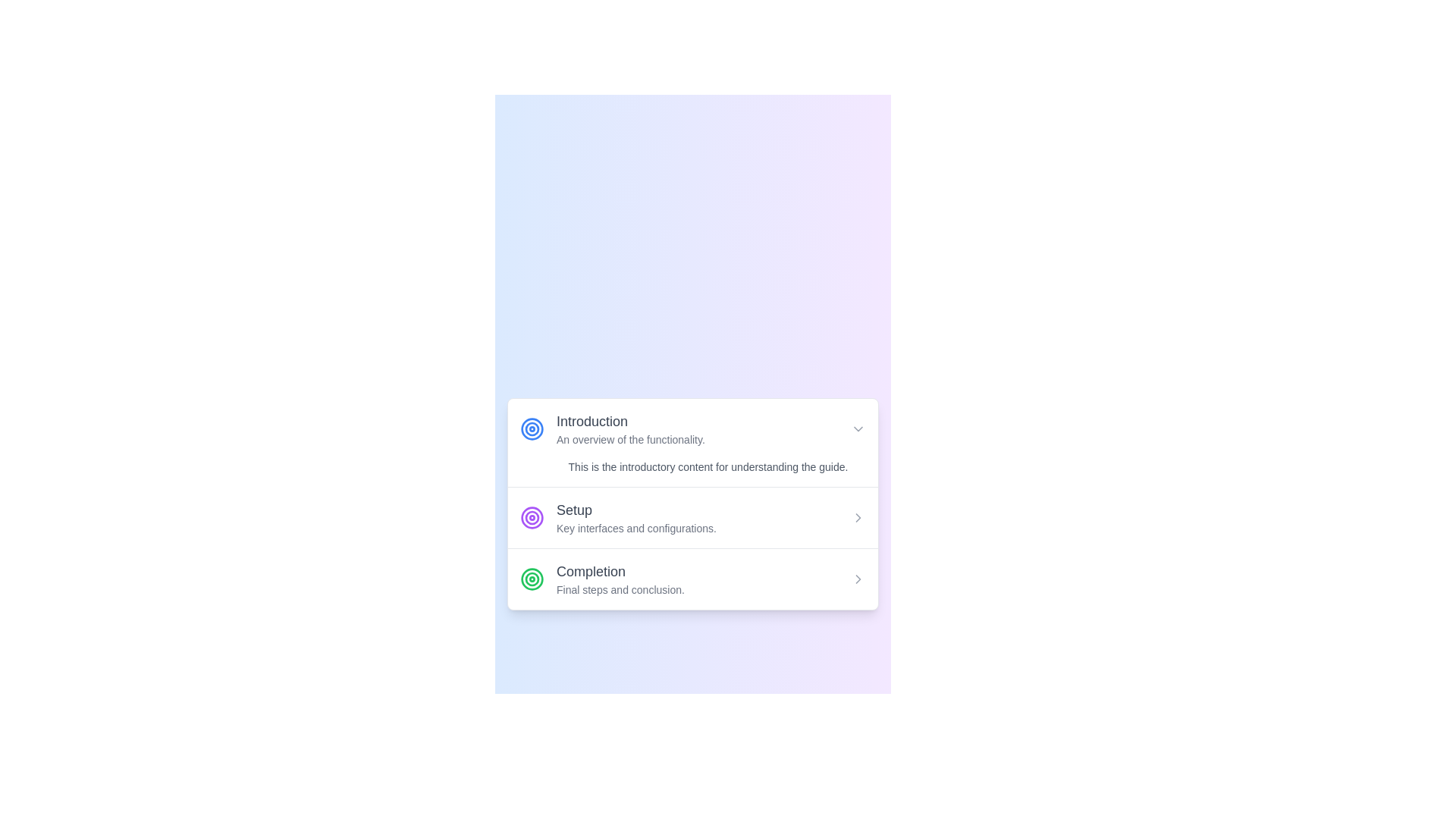  What do you see at coordinates (858, 516) in the screenshot?
I see `the right-pointing arrow icon in the 'Setup' row, which is styled as a vector graphic with smooth lines` at bounding box center [858, 516].